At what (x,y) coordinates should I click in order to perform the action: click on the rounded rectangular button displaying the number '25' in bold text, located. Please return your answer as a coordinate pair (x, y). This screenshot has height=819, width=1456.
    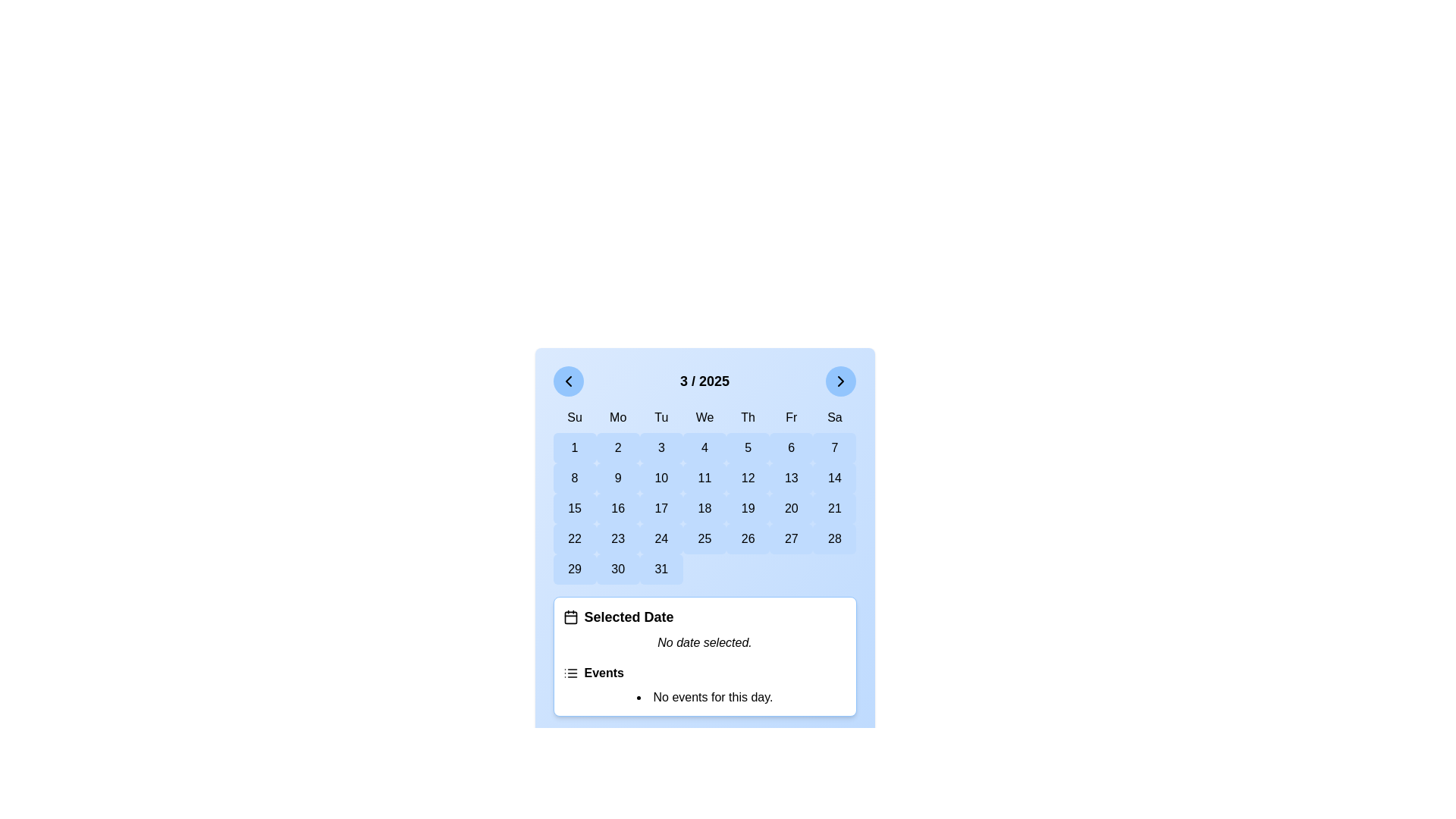
    Looking at the image, I should click on (704, 538).